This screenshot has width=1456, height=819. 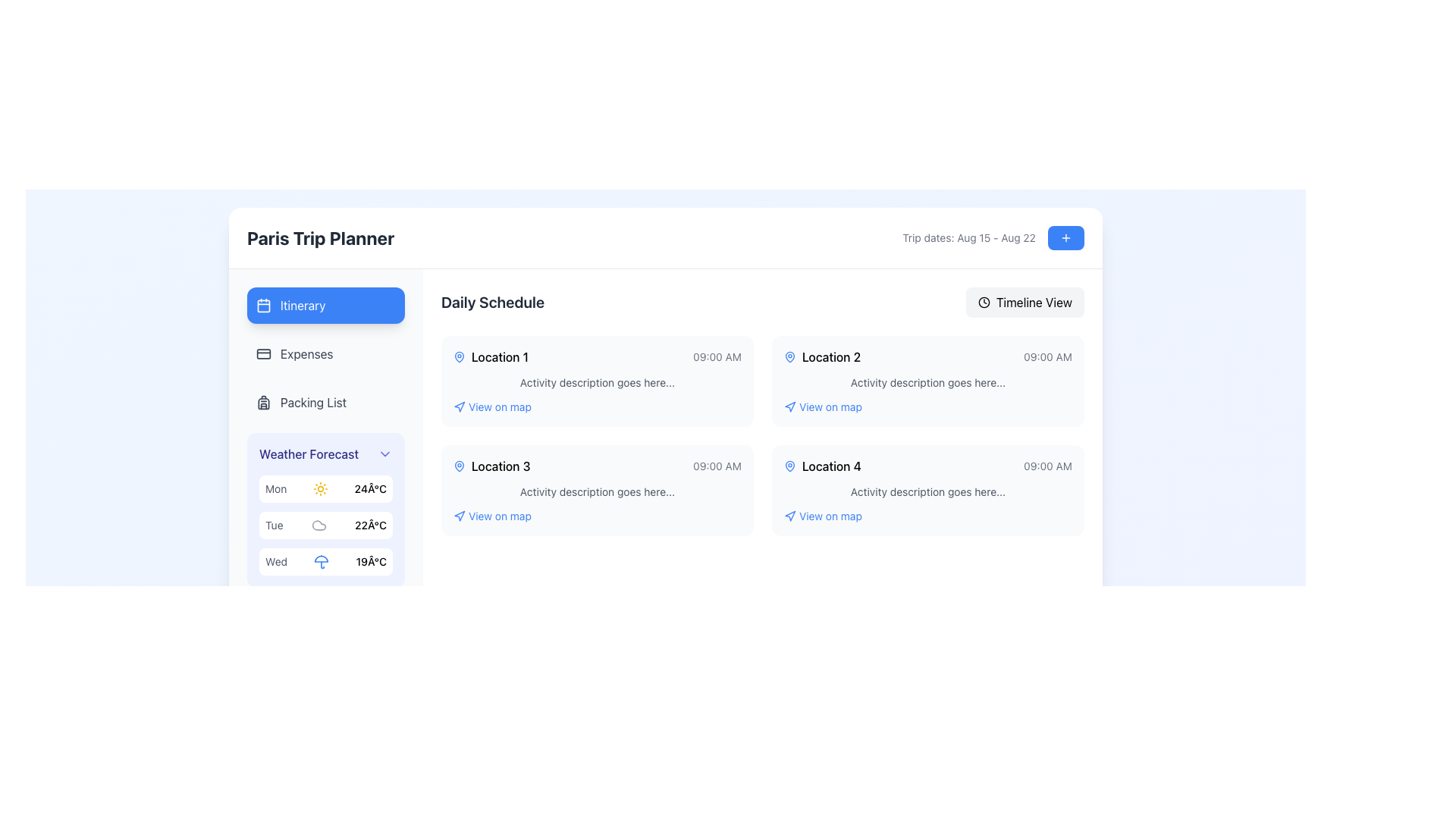 I want to click on the text label displaying 'Location 2' in the 'Daily Schedule' section, located in the top-right portion of the schedule grid, adjacent to a blue pin icon, so click(x=830, y=356).